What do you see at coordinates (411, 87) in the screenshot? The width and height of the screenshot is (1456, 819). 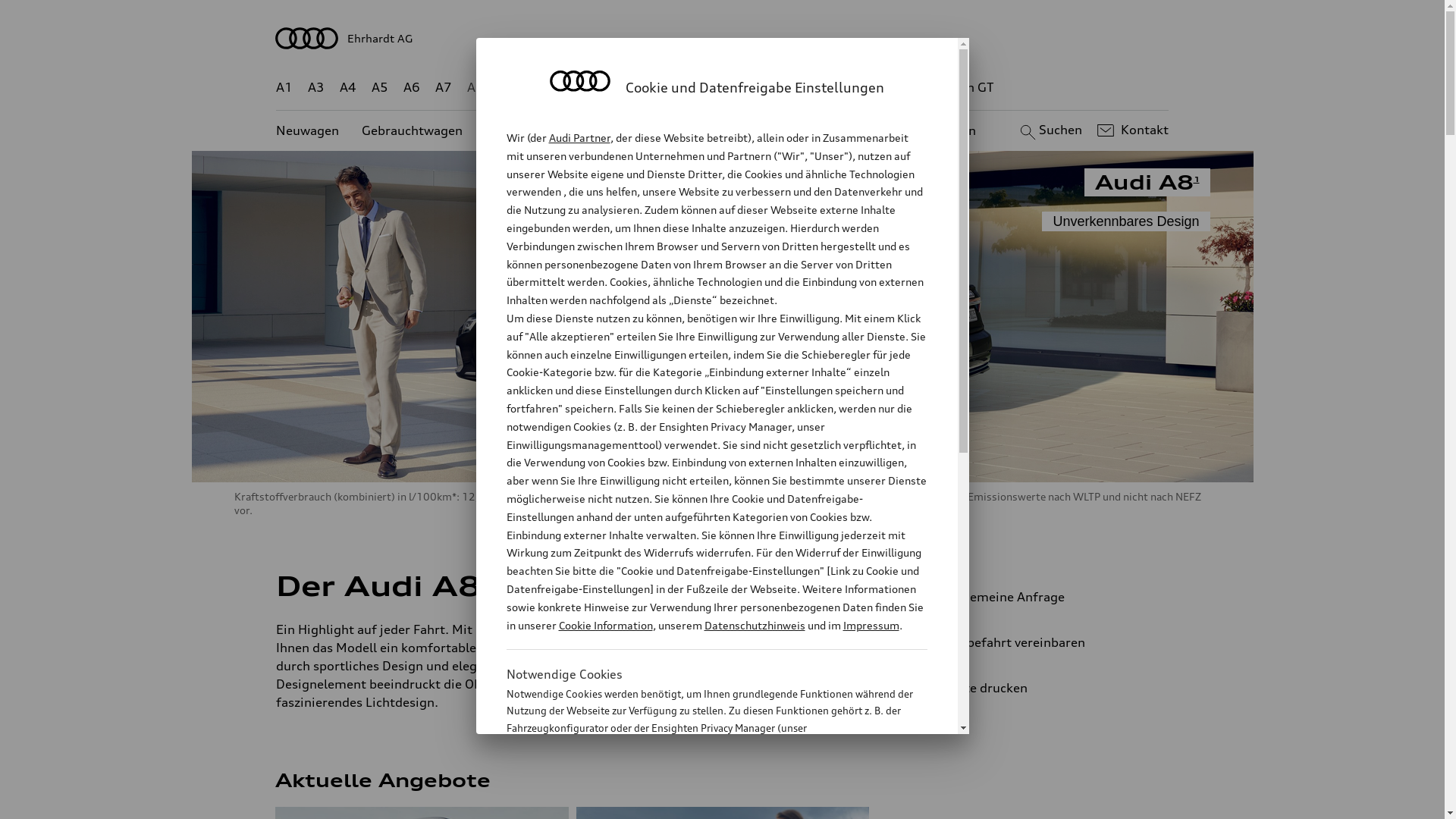 I see `'A6'` at bounding box center [411, 87].